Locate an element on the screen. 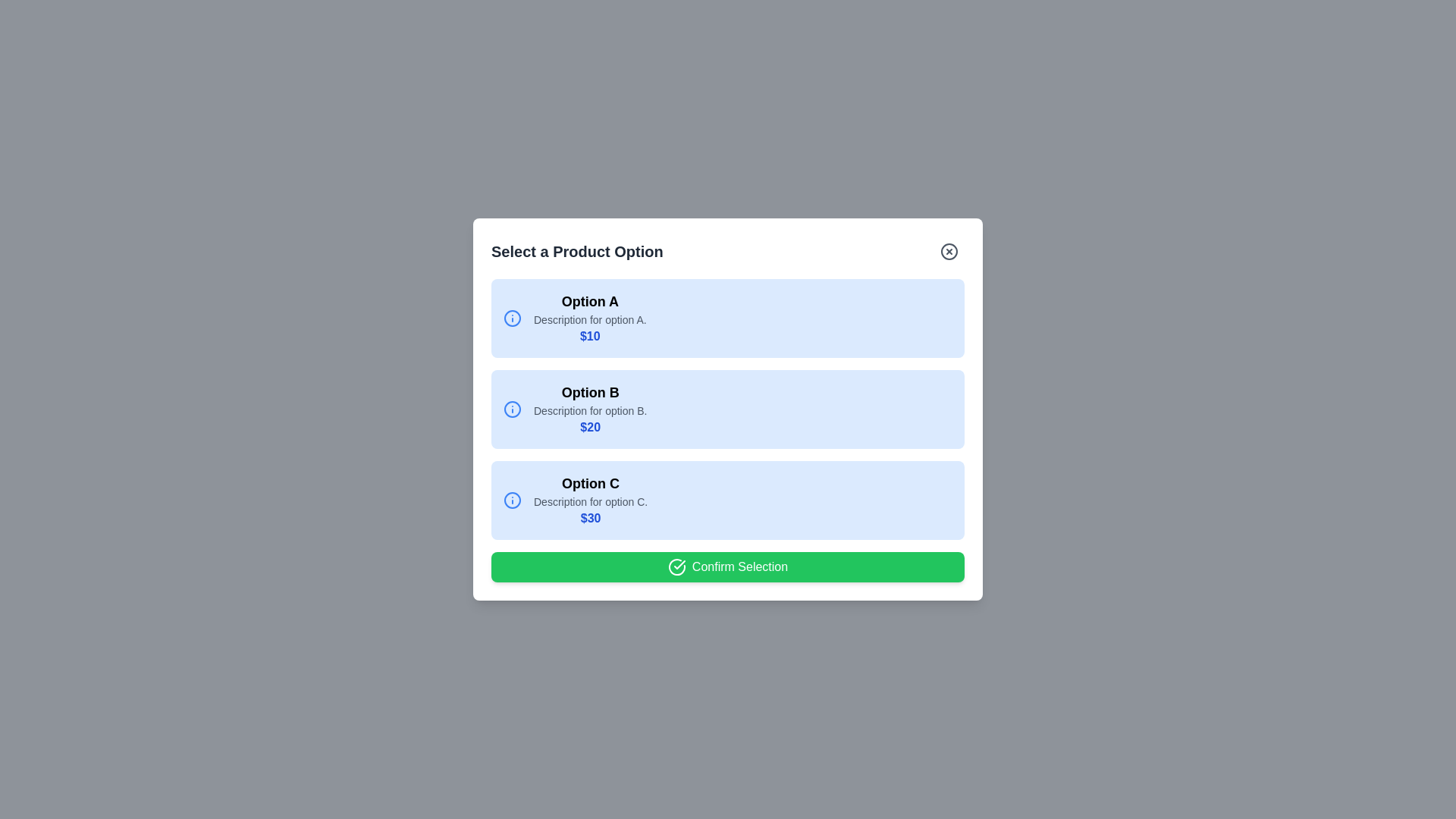  'Confirm Selection' button to confirm the selected option is located at coordinates (728, 567).